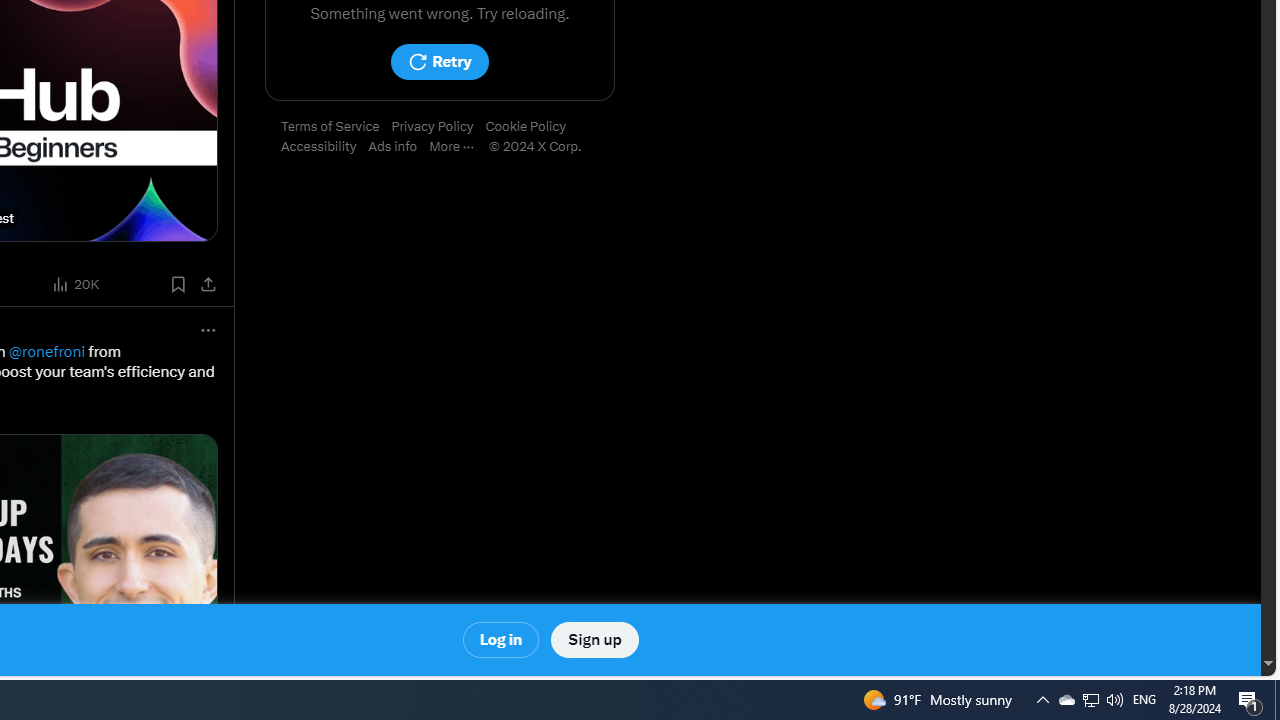 This screenshot has width=1280, height=720. What do you see at coordinates (531, 127) in the screenshot?
I see `'Cookie Policy'` at bounding box center [531, 127].